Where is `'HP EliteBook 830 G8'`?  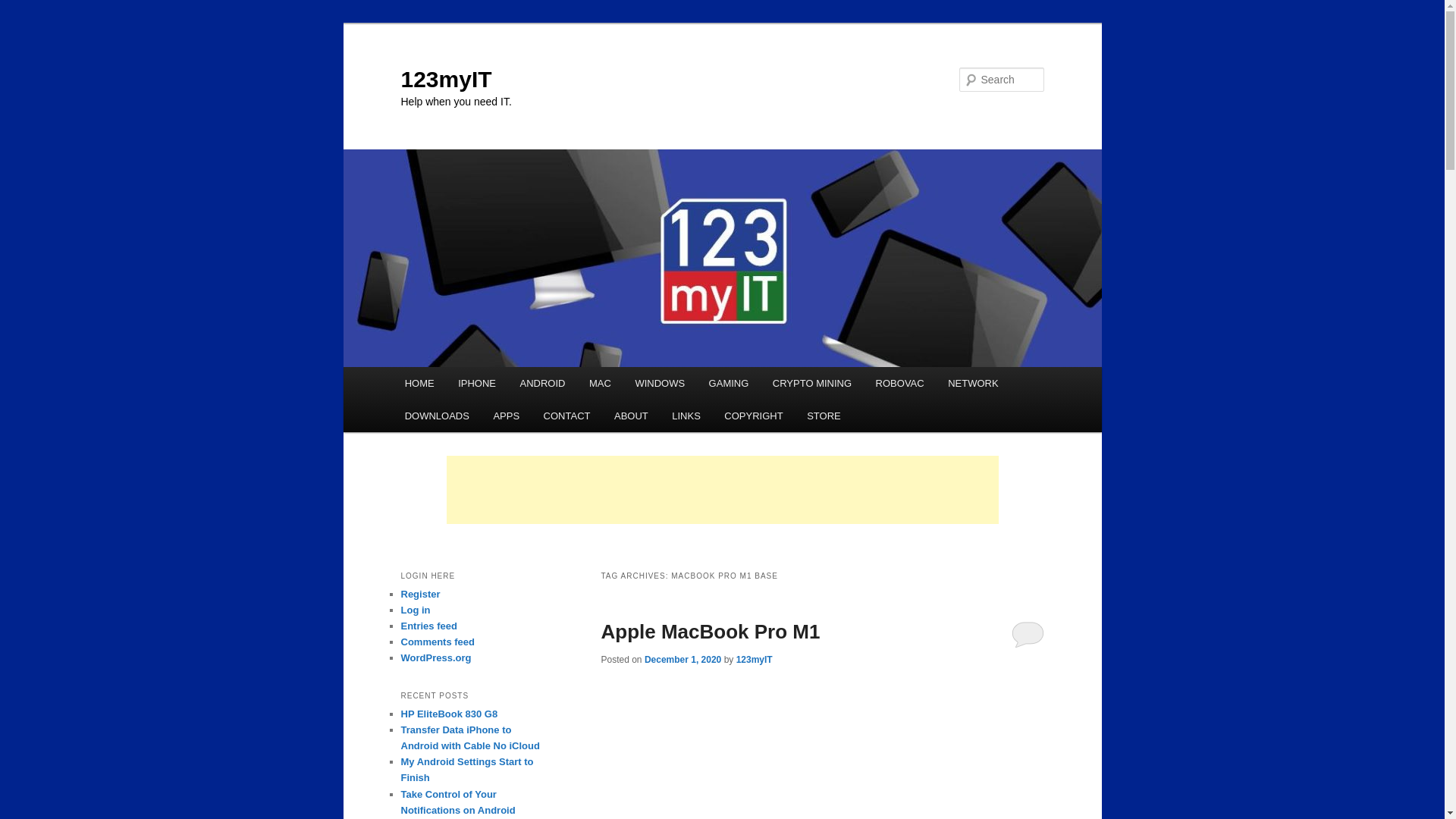
'HP EliteBook 830 G8' is located at coordinates (447, 714).